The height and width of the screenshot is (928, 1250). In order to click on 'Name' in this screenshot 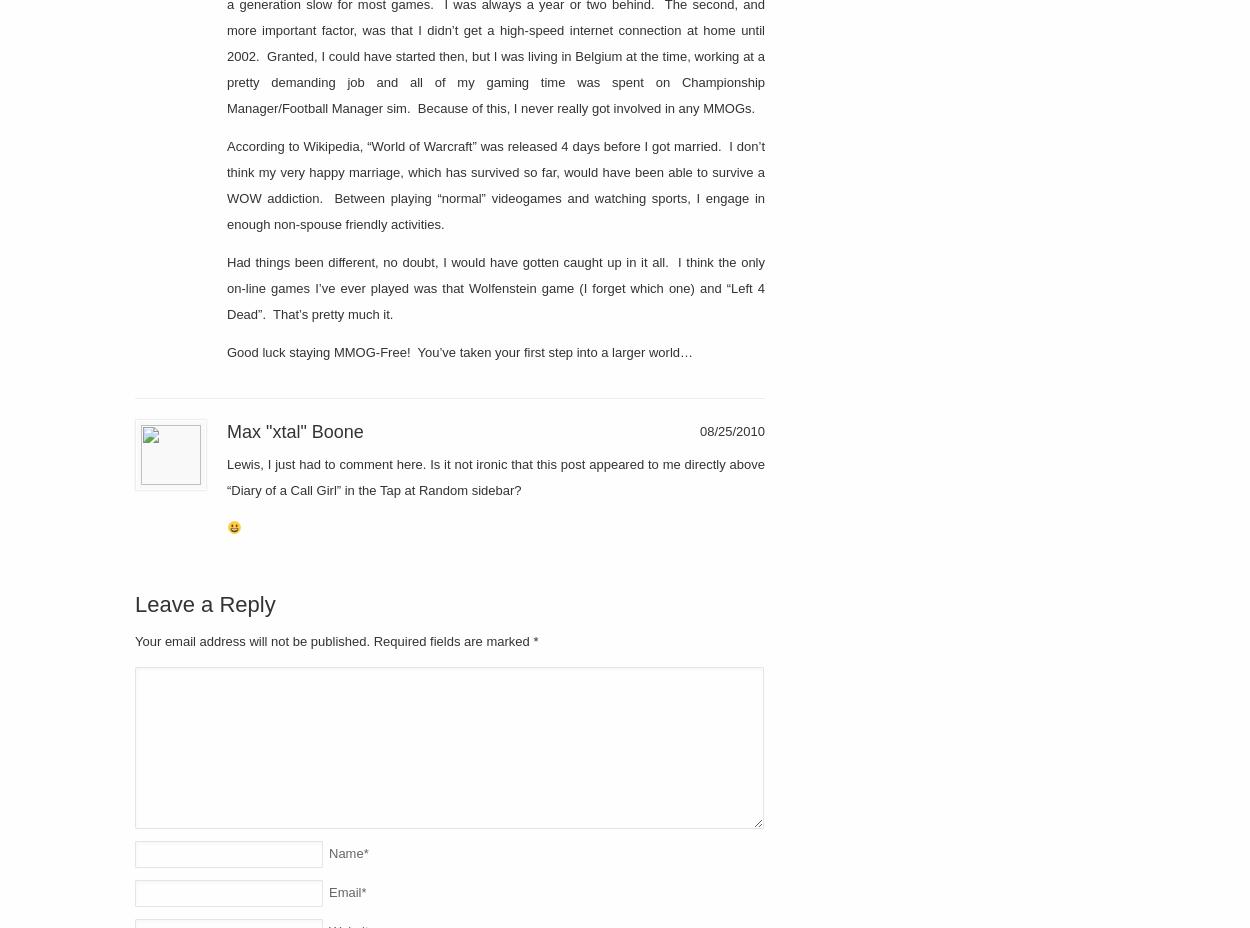, I will do `click(345, 853)`.